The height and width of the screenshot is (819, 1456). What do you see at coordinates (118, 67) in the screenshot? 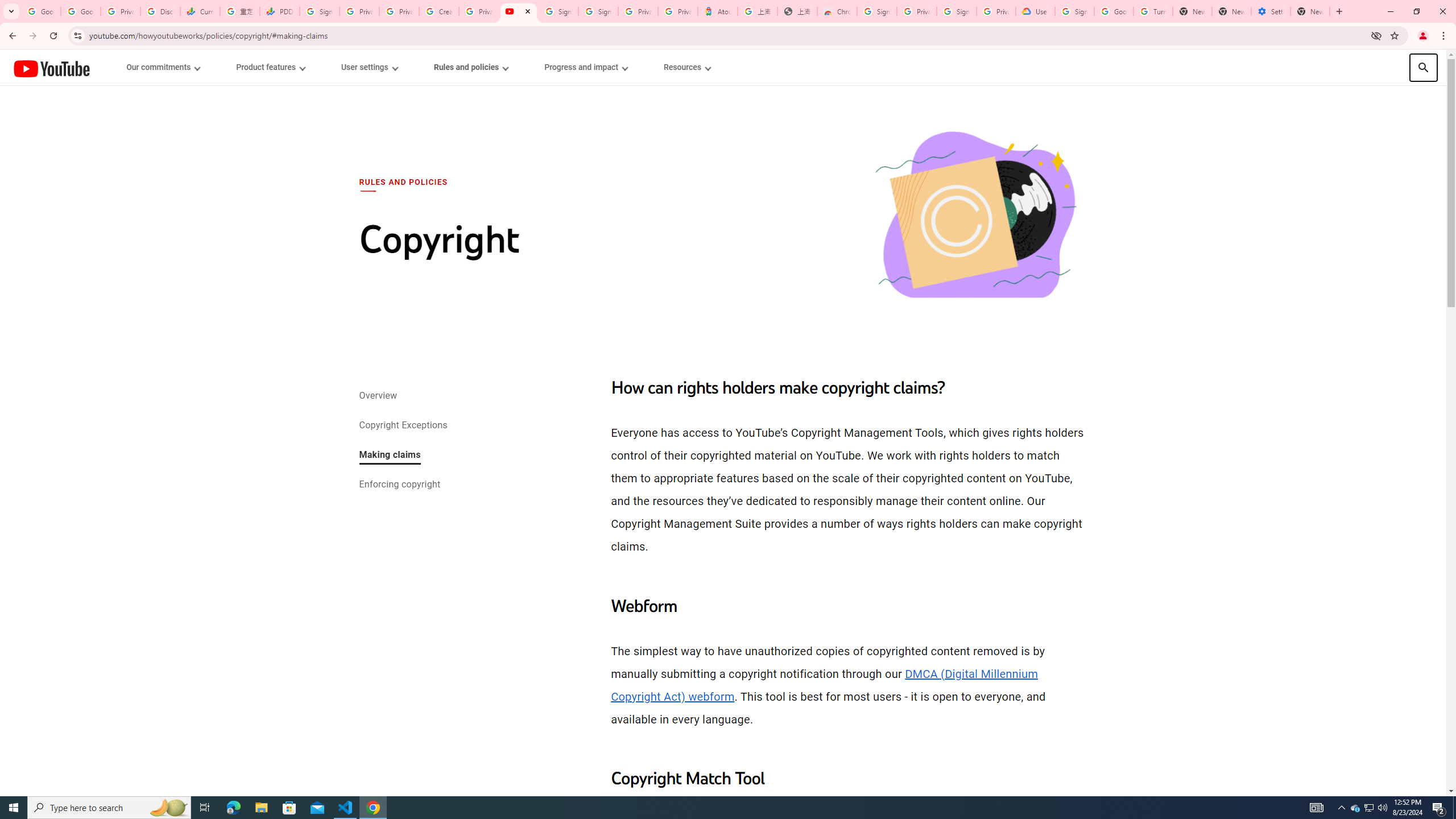
I see `'JUMP TO CONTENT'` at bounding box center [118, 67].